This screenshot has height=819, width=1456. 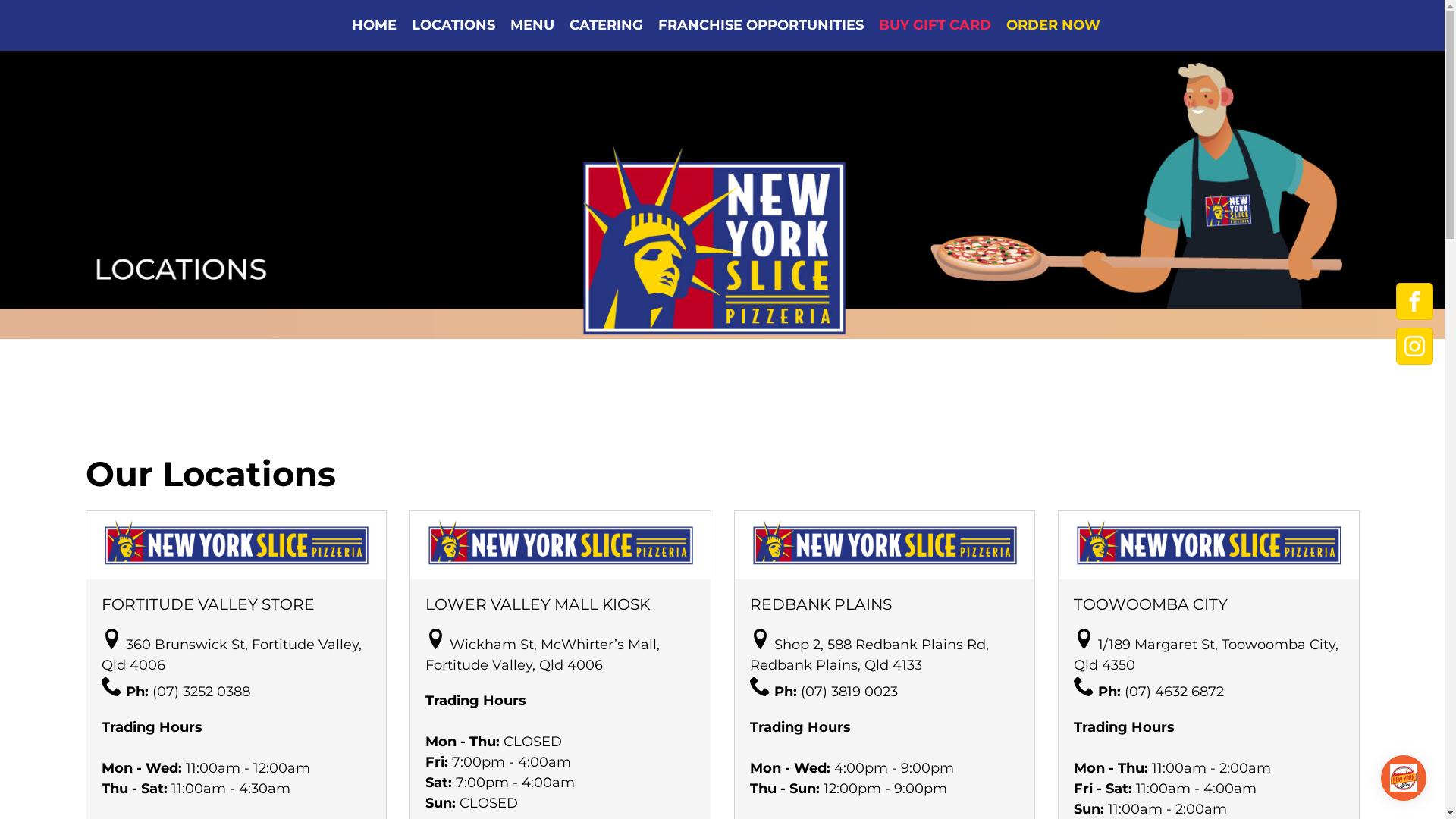 What do you see at coordinates (403, 25) in the screenshot?
I see `'LOCATIONS'` at bounding box center [403, 25].